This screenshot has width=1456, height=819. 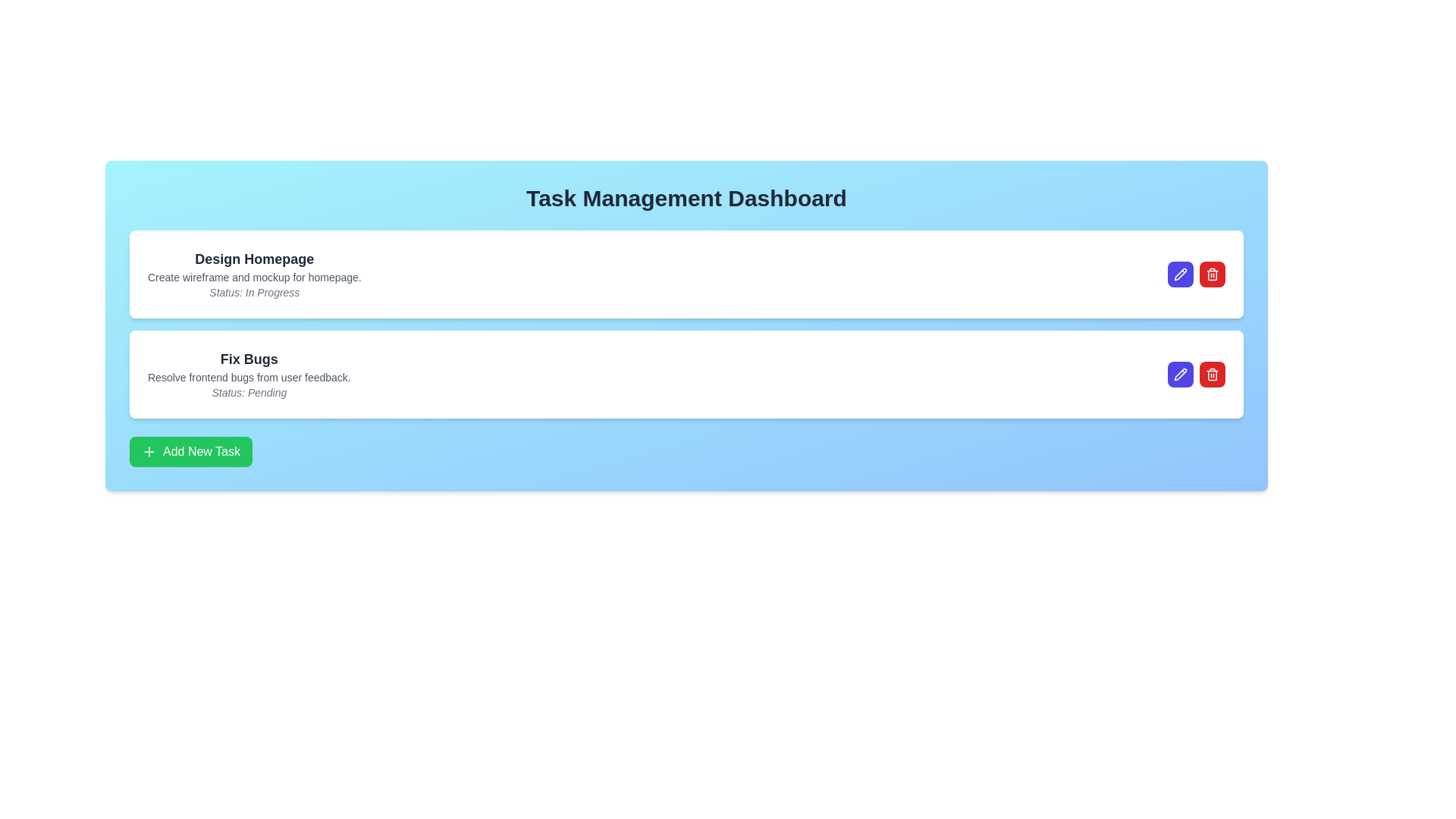 I want to click on the red trash bin icon button located within a red circular button background with a white border, situated to the right of the second task item in a vertical task list, so click(x=1211, y=275).